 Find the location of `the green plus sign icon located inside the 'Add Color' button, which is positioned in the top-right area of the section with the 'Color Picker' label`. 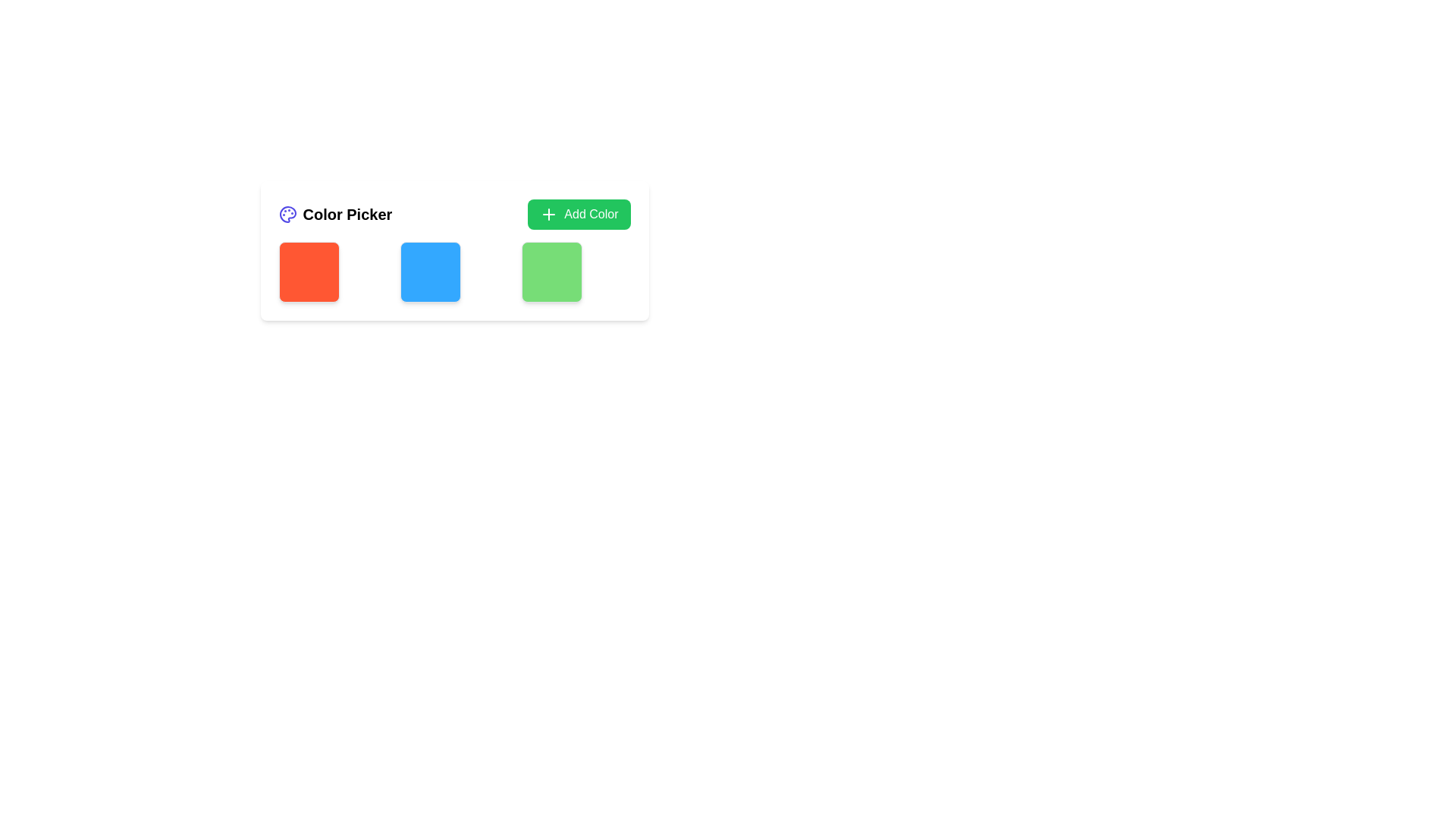

the green plus sign icon located inside the 'Add Color' button, which is positioned in the top-right area of the section with the 'Color Picker' label is located at coordinates (548, 214).